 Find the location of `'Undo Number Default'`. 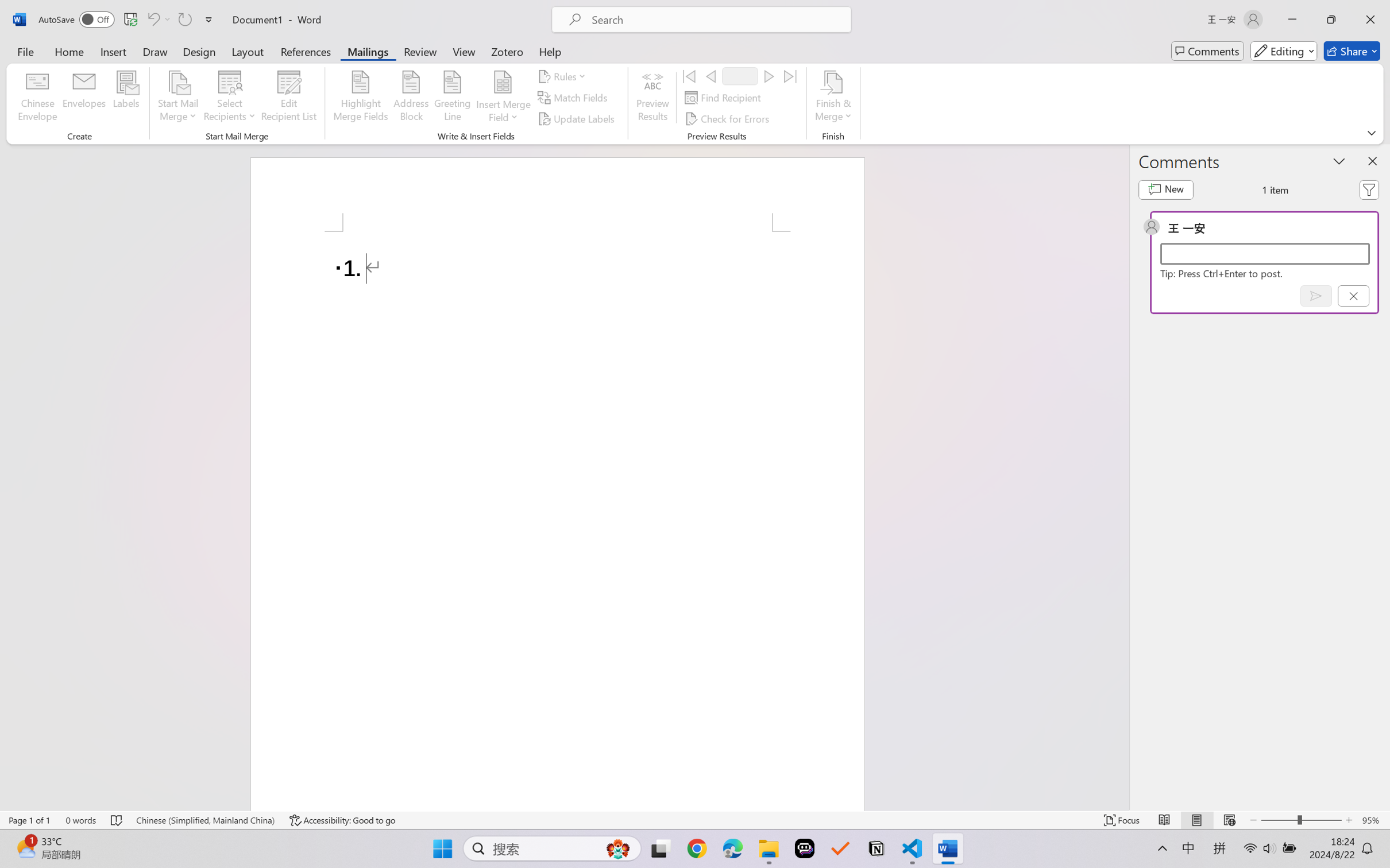

'Undo Number Default' is located at coordinates (152, 19).